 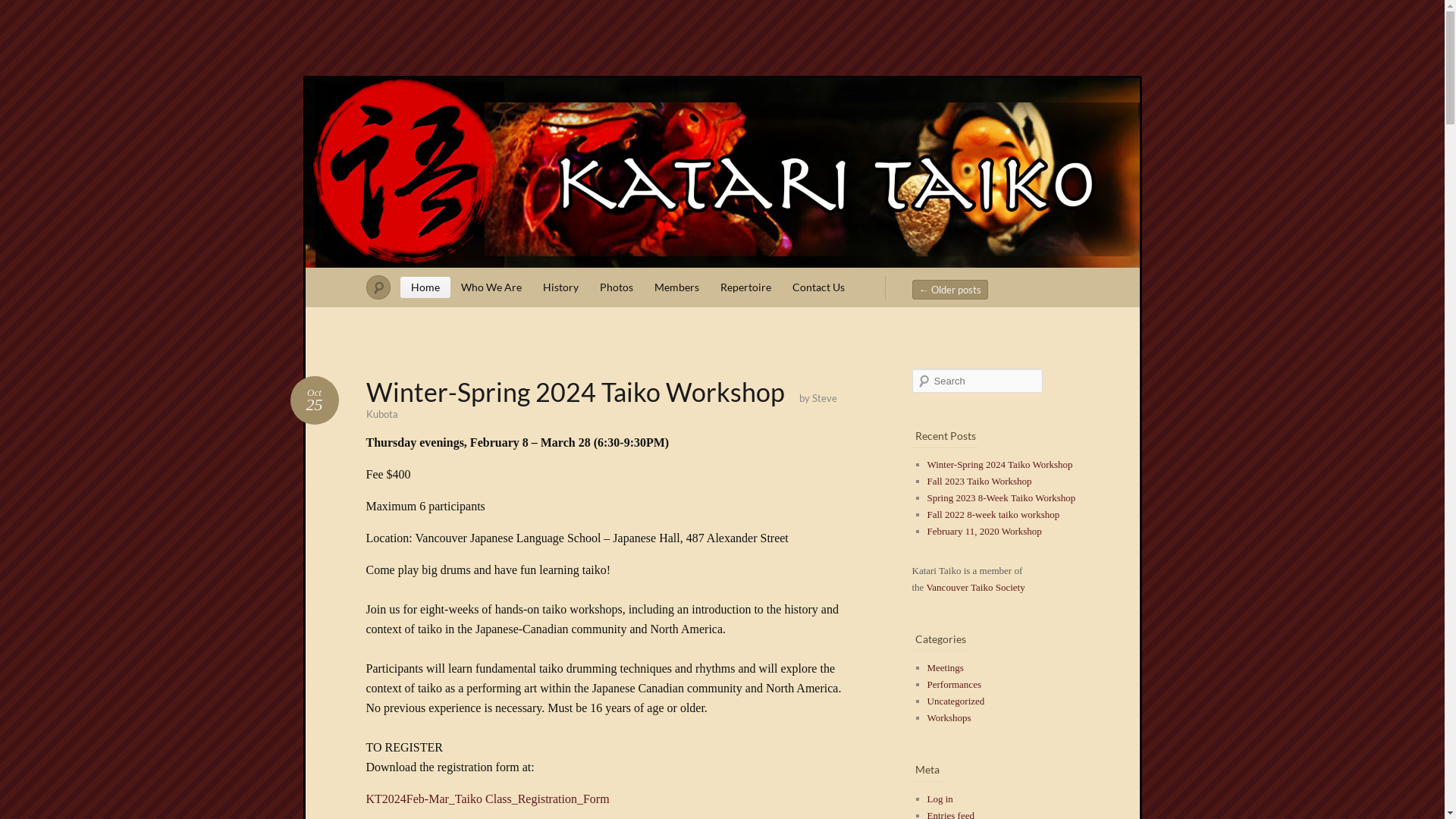 I want to click on 'Fall 2022 8-week taiko workshop', so click(x=993, y=513).